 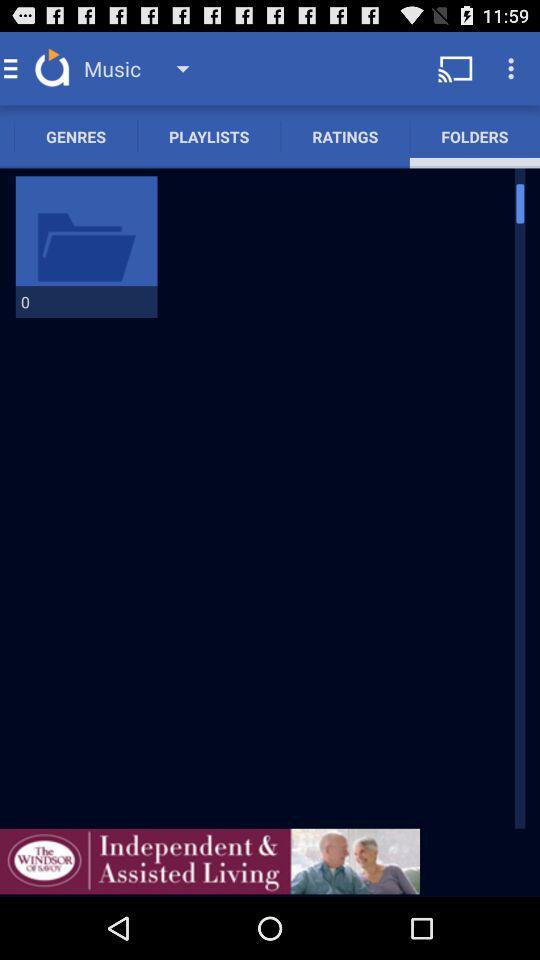 I want to click on the advertisement, so click(x=209, y=860).